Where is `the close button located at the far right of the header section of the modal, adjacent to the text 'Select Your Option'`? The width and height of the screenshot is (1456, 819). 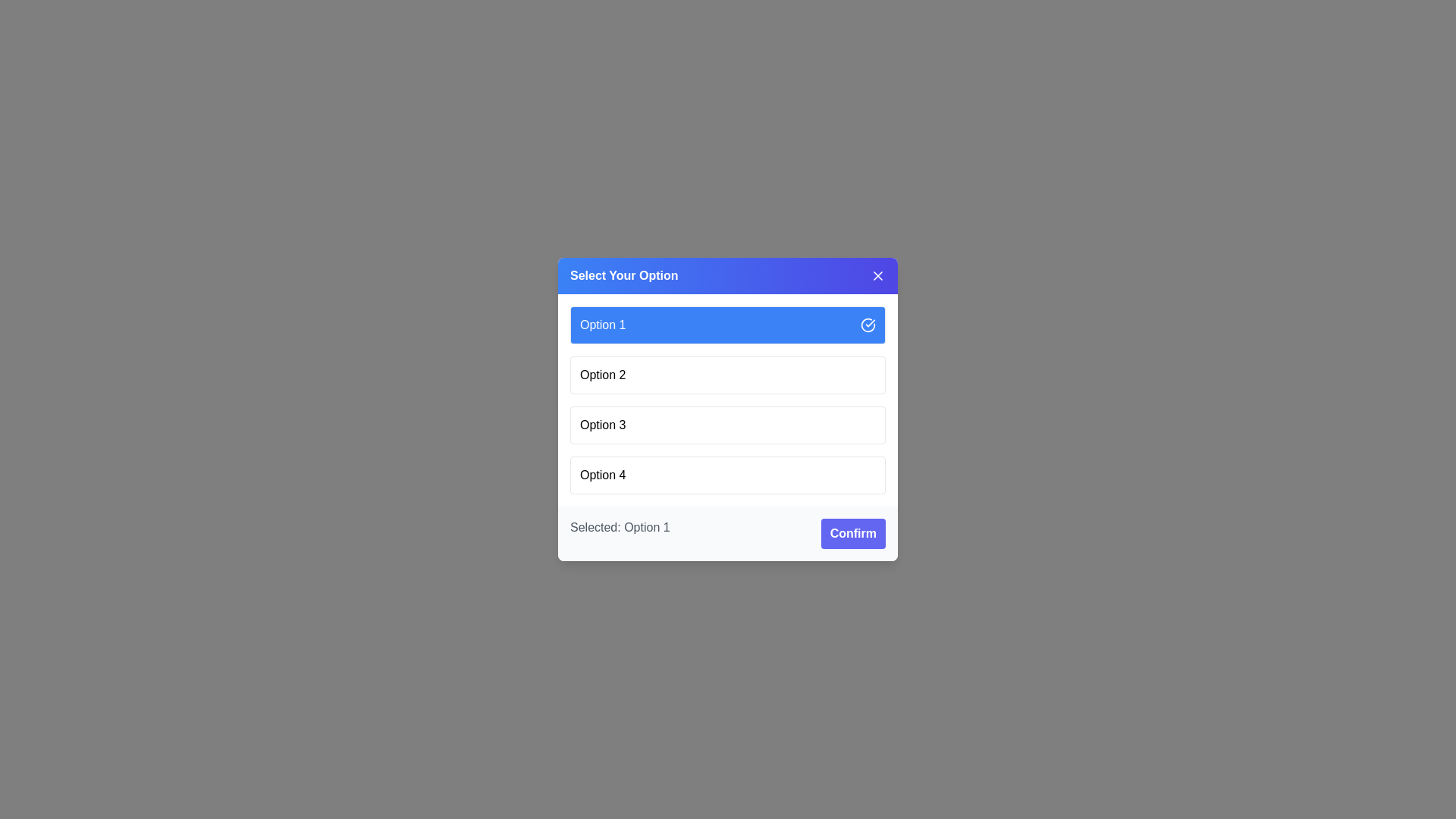 the close button located at the far right of the header section of the modal, adjacent to the text 'Select Your Option' is located at coordinates (877, 275).